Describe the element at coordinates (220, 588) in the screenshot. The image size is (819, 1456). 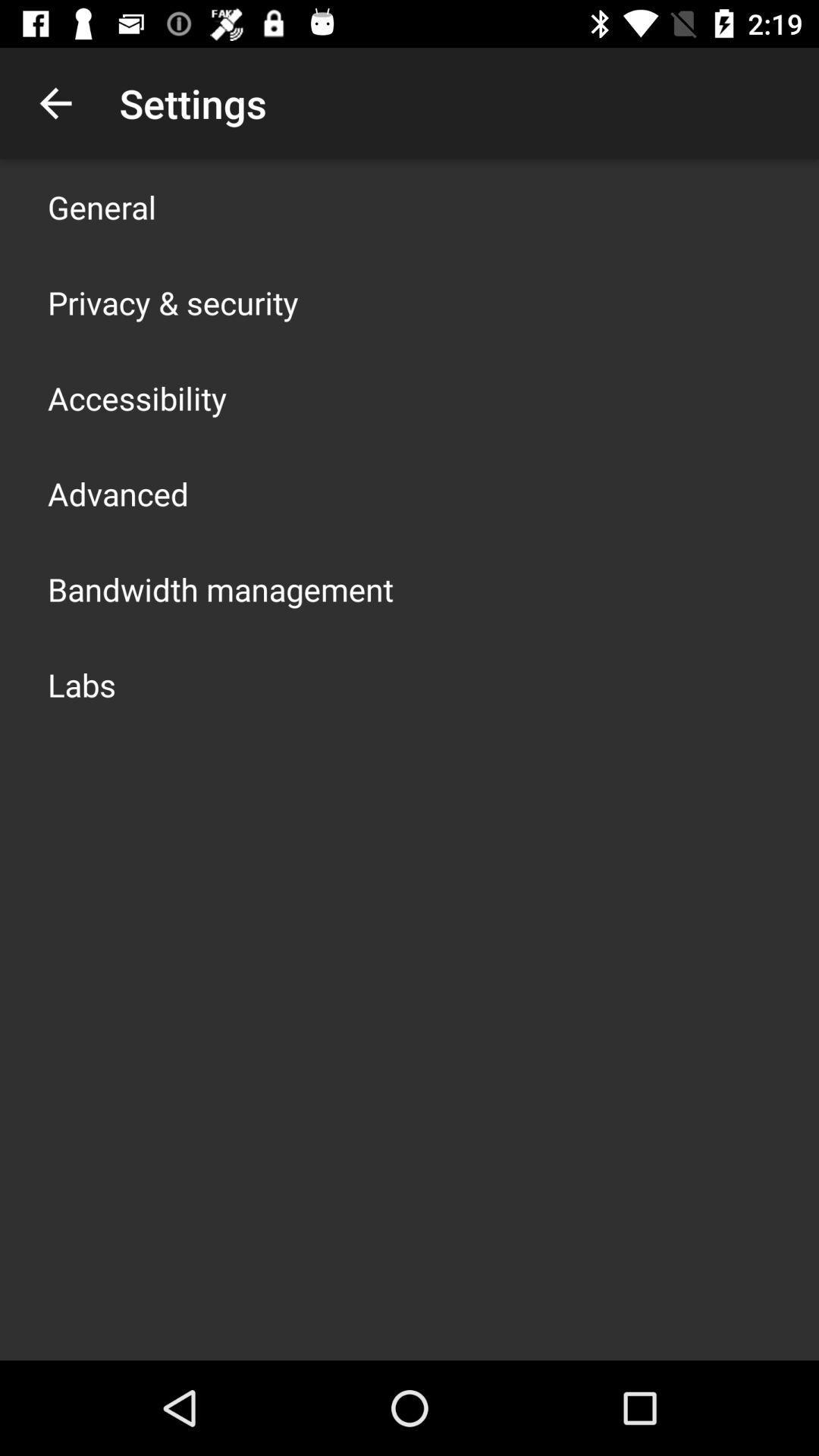
I see `the item below advanced` at that location.